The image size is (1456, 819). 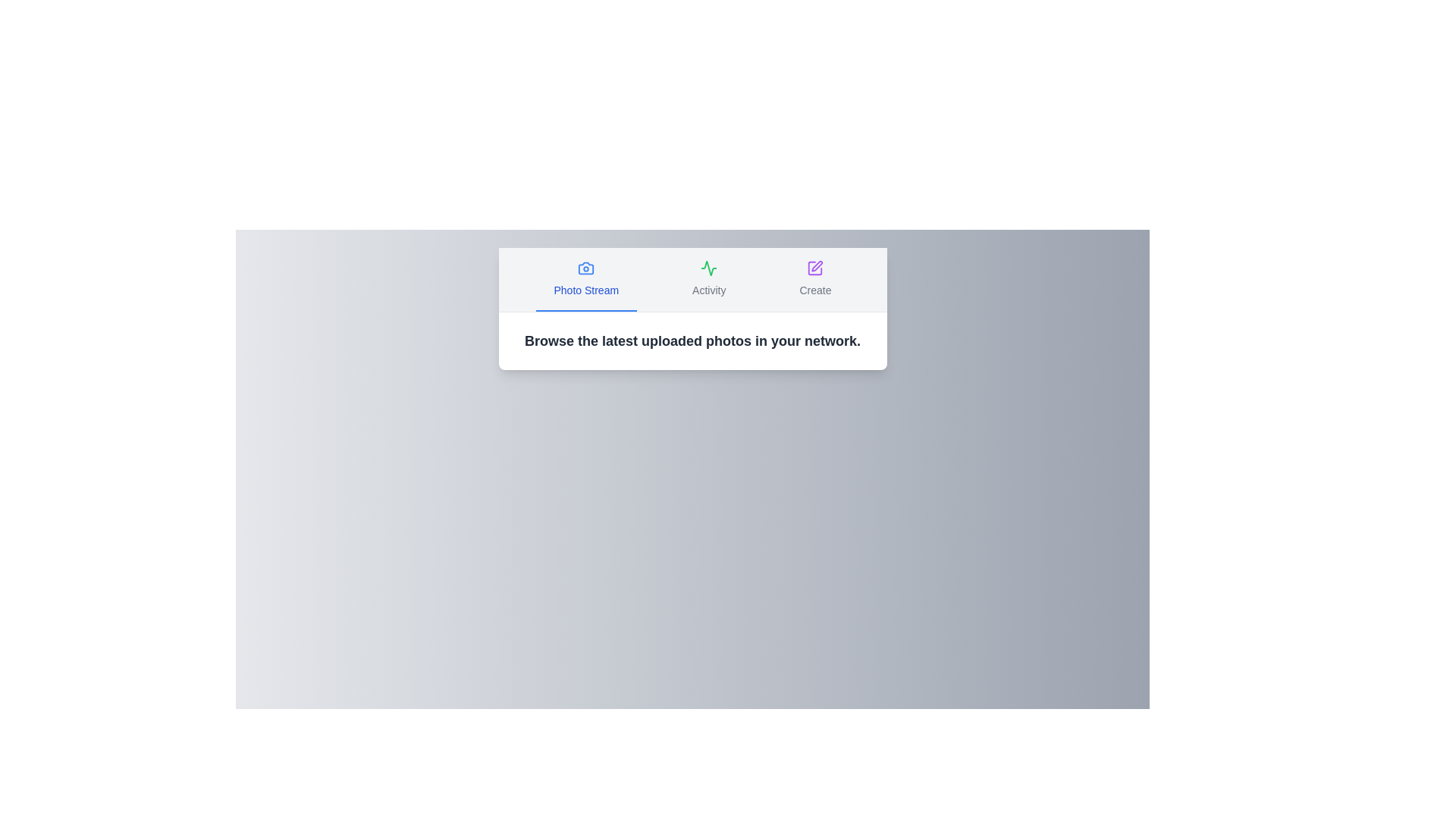 I want to click on the Create tab by clicking on its button, so click(x=814, y=280).